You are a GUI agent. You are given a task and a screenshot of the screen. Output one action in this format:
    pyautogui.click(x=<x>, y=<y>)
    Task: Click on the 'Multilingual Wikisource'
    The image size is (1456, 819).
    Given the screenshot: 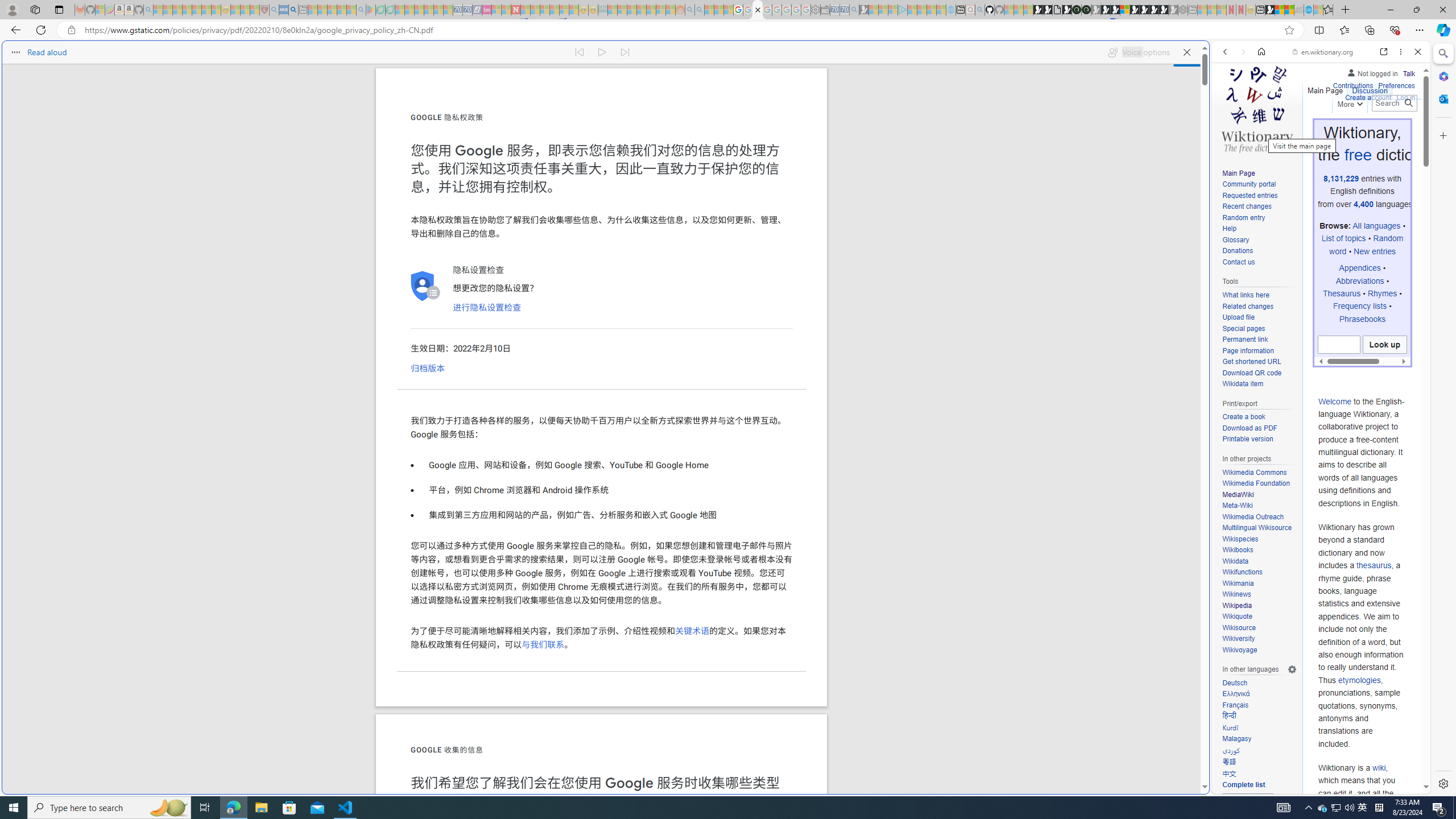 What is the action you would take?
    pyautogui.click(x=1259, y=527)
    